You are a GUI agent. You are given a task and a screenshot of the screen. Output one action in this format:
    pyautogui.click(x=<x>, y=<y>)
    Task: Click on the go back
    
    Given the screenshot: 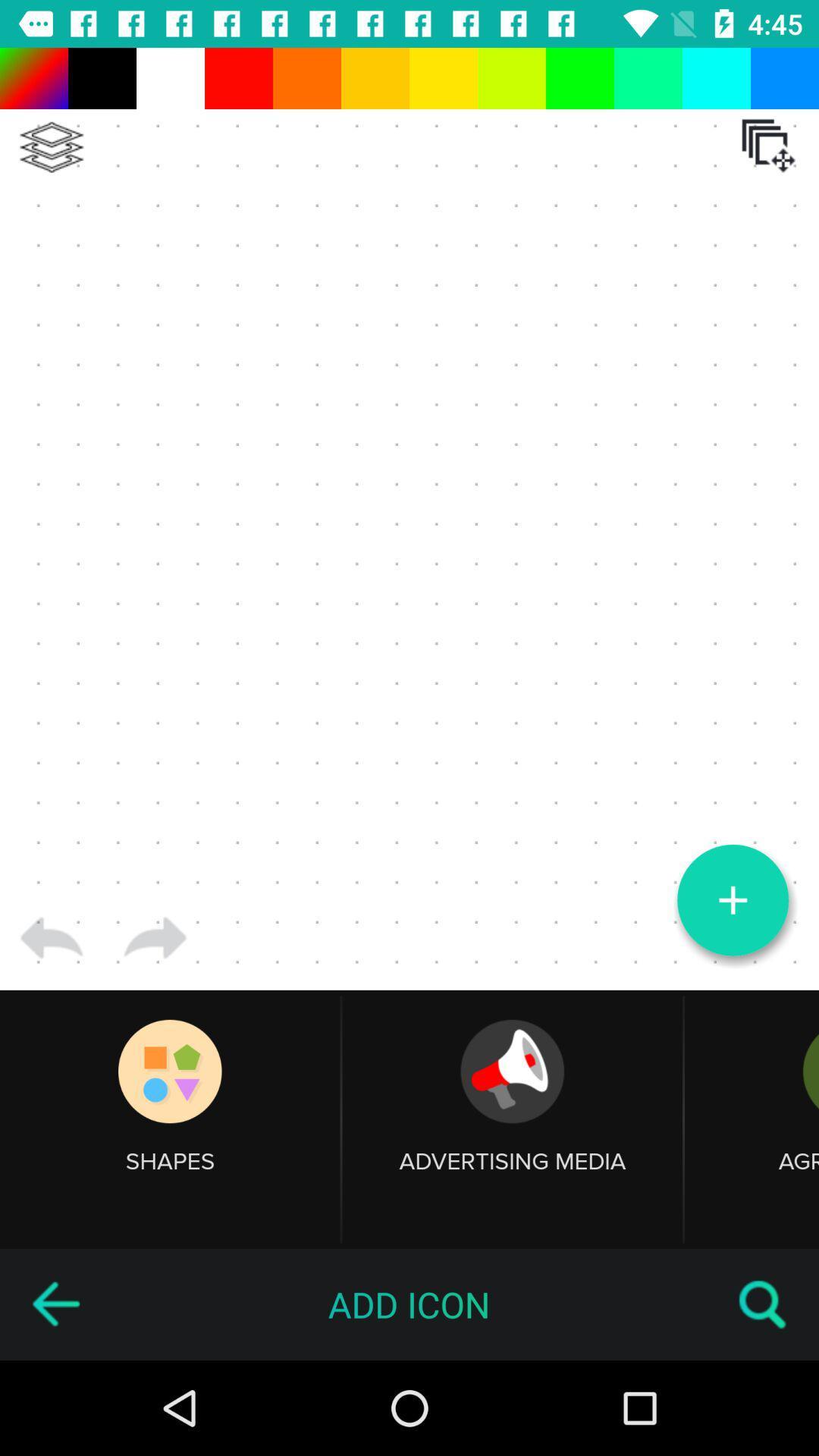 What is the action you would take?
    pyautogui.click(x=55, y=1304)
    